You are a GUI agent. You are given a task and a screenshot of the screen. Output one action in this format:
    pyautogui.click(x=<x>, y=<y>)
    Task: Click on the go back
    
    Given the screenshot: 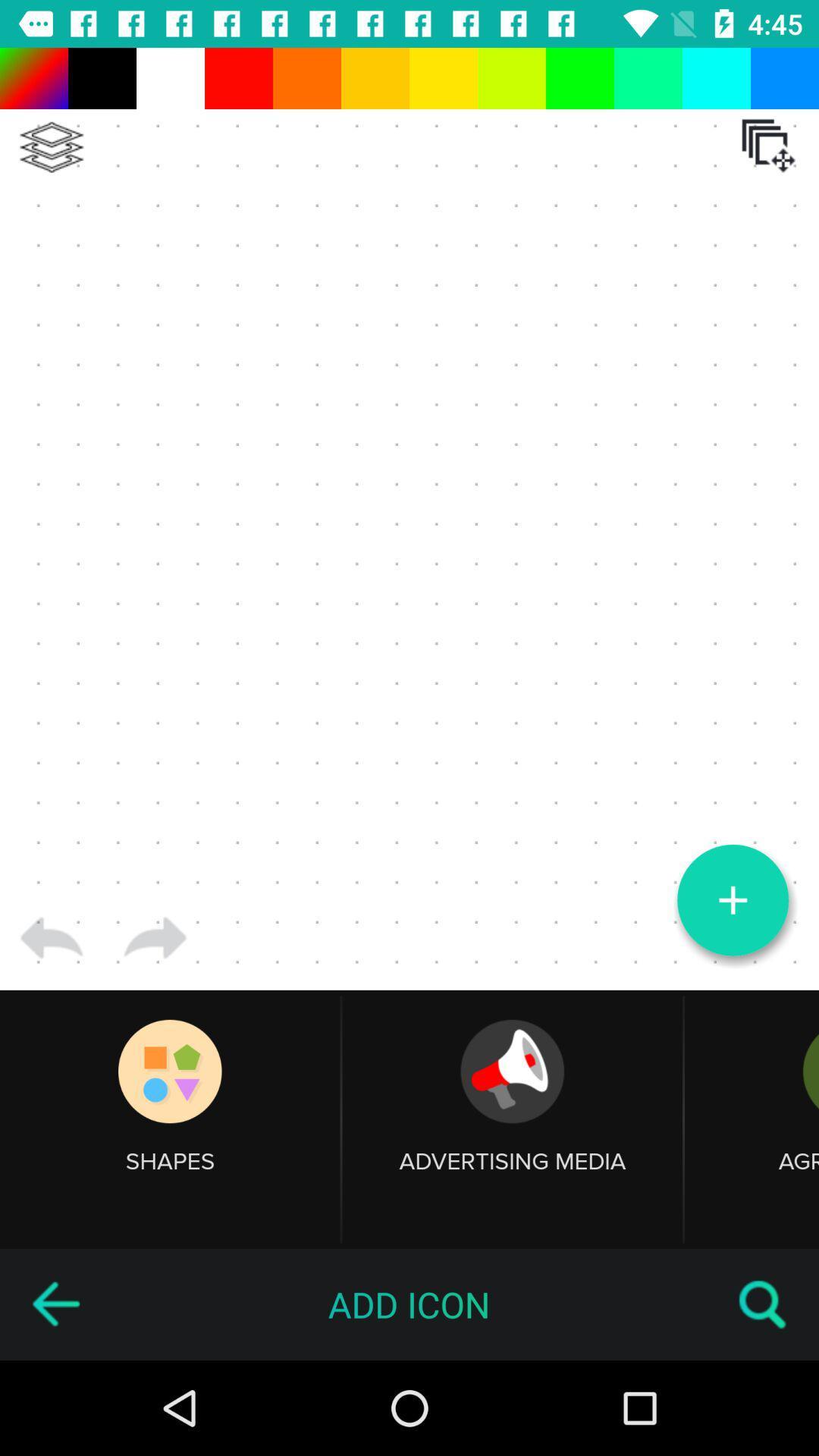 What is the action you would take?
    pyautogui.click(x=55, y=1304)
    